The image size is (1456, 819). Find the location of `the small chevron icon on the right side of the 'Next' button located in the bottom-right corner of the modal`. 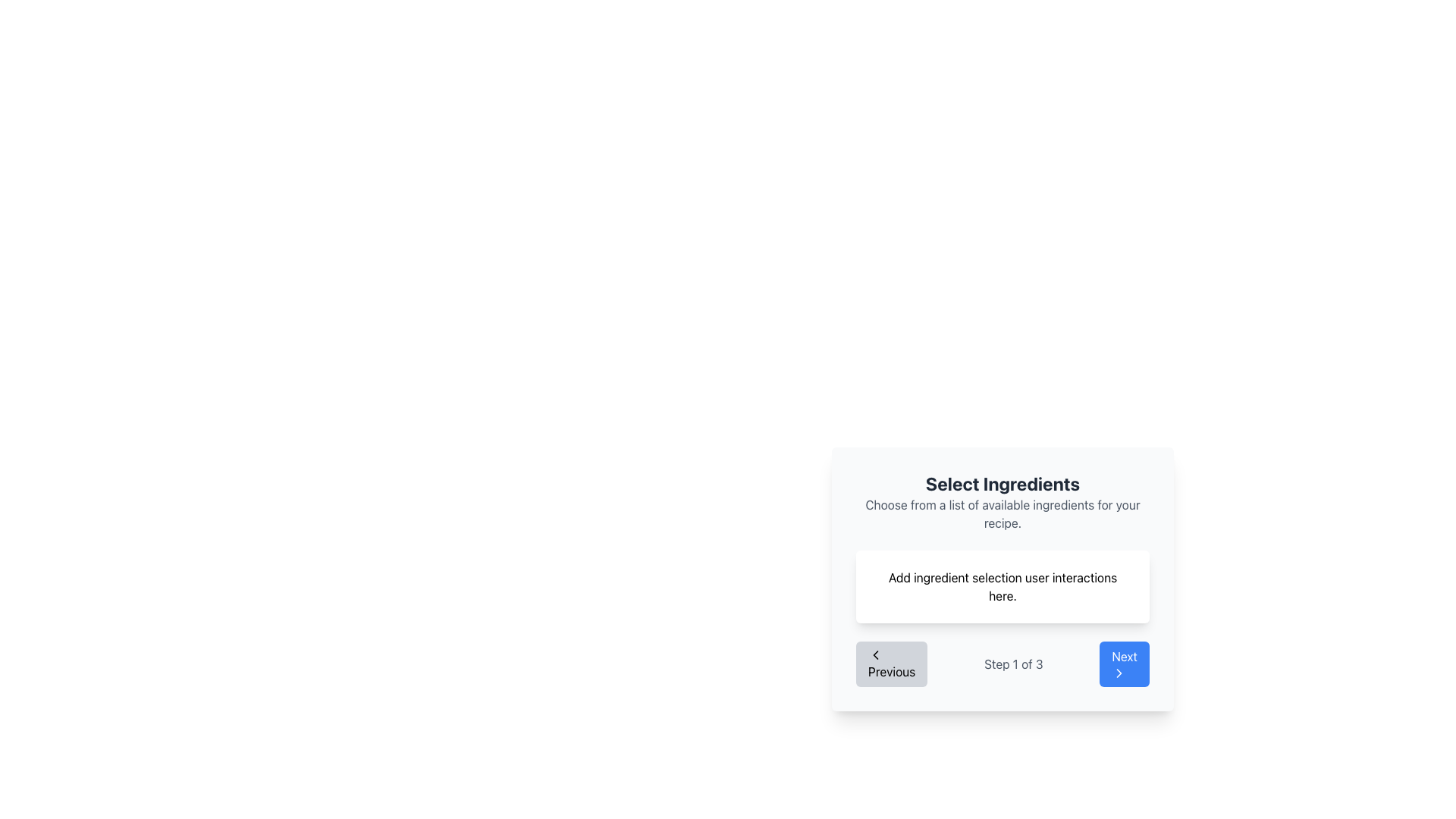

the small chevron icon on the right side of the 'Next' button located in the bottom-right corner of the modal is located at coordinates (1119, 672).